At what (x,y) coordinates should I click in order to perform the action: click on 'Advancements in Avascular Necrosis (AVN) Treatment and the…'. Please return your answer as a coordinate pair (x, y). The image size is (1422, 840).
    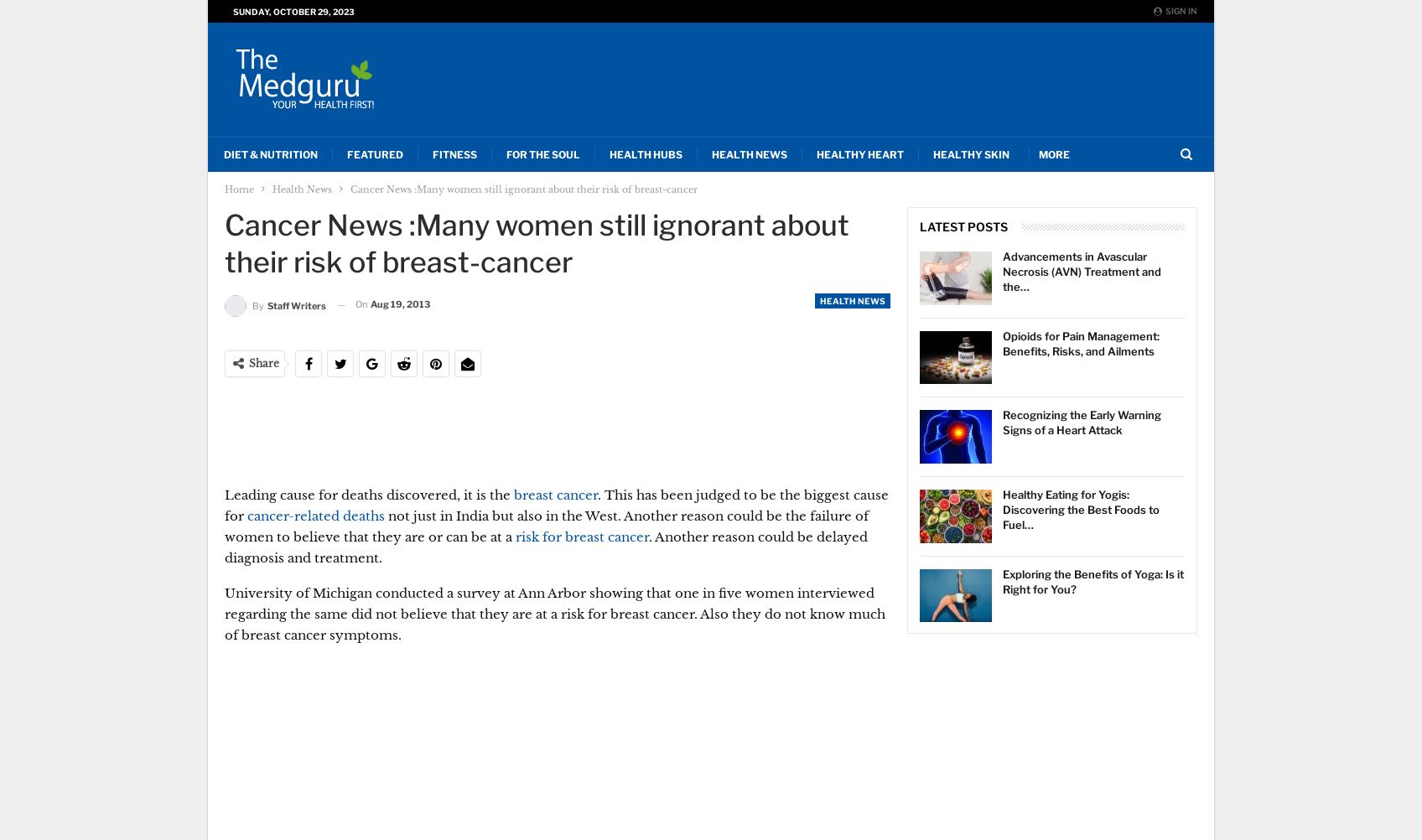
    Looking at the image, I should click on (1082, 271).